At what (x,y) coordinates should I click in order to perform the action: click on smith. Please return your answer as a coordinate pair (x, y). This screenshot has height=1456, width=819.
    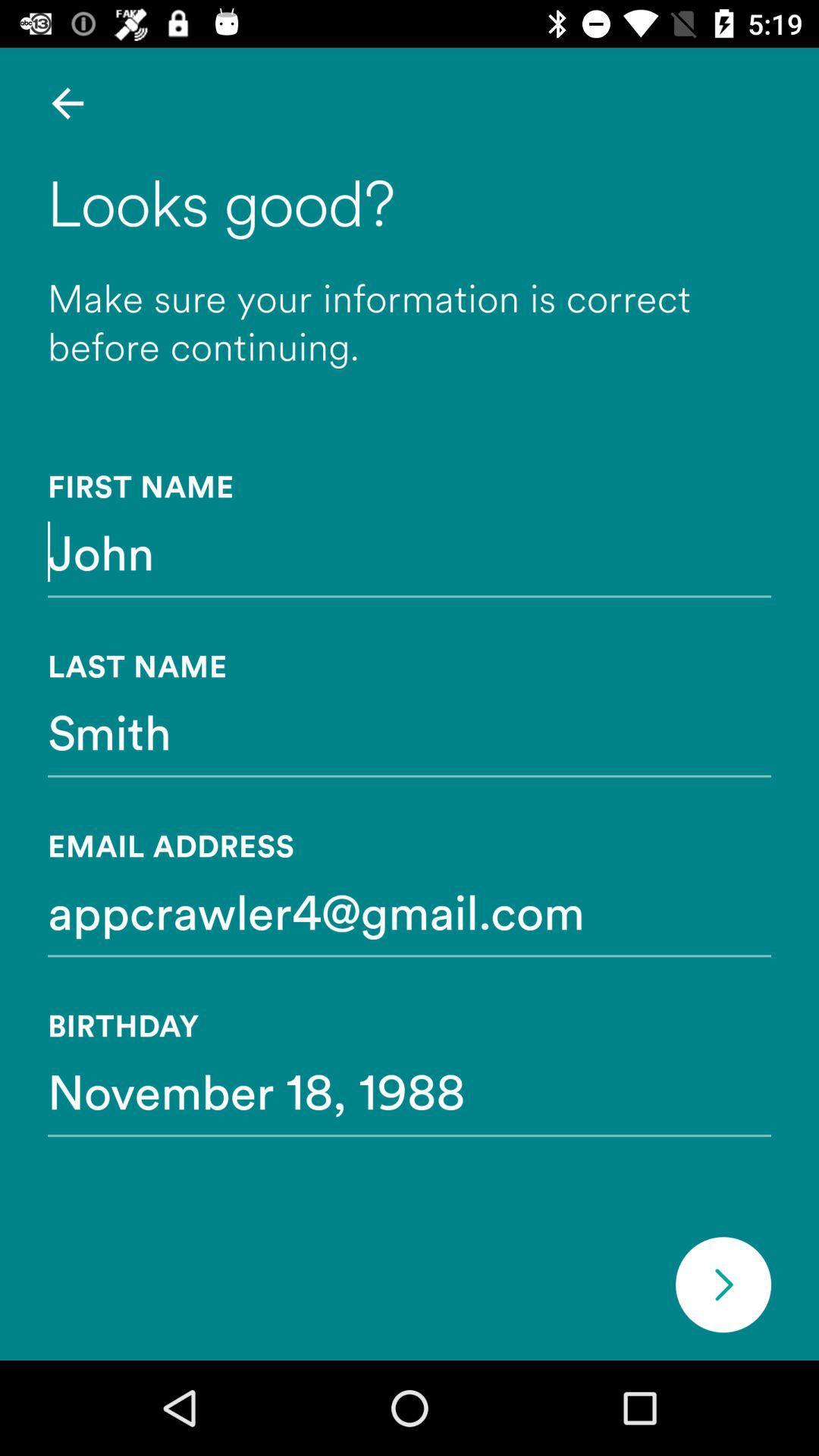
    Looking at the image, I should click on (409, 731).